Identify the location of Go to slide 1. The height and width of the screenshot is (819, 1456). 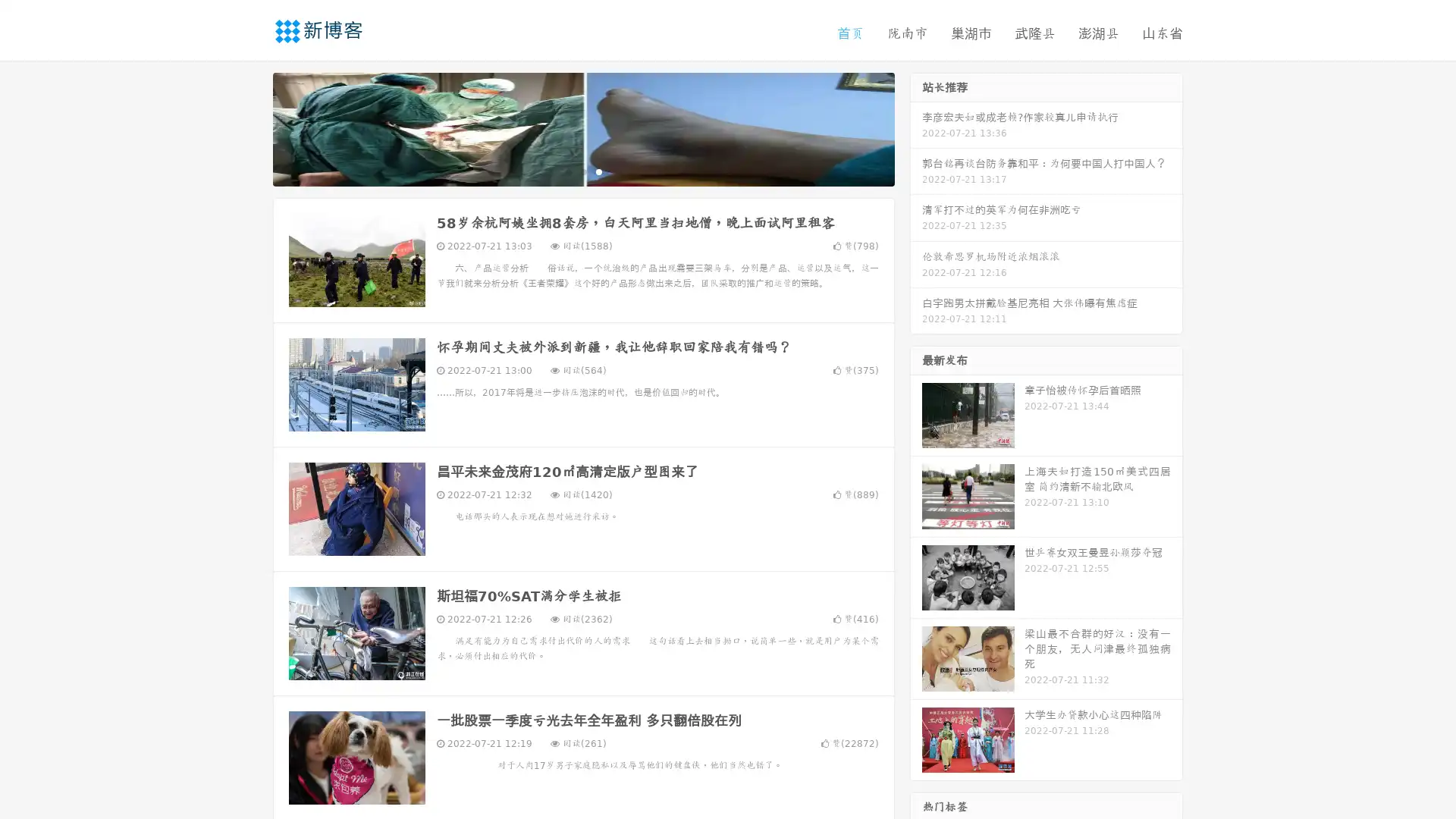
(567, 171).